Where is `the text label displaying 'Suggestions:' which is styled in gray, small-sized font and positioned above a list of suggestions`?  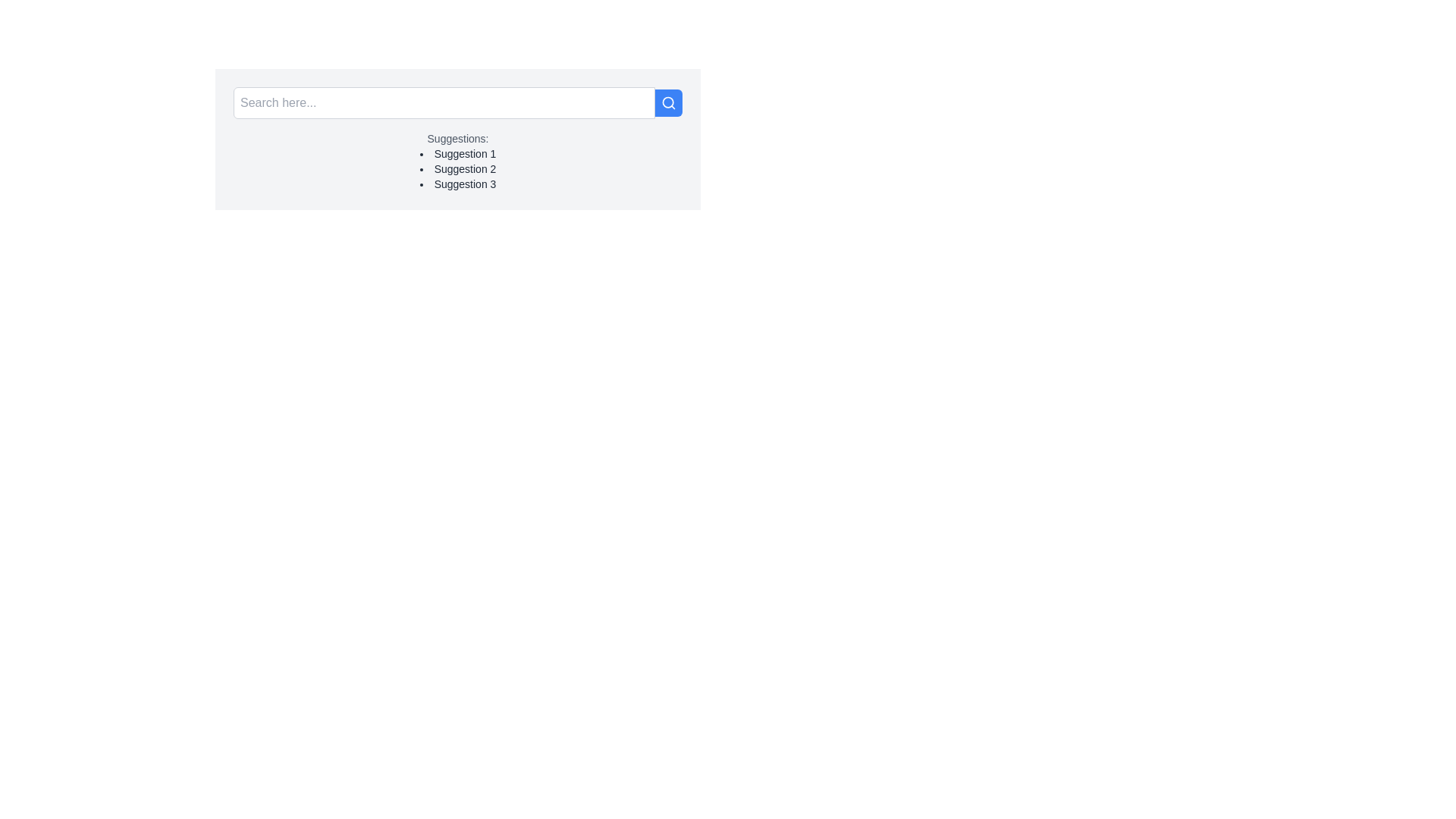
the text label displaying 'Suggestions:' which is styled in gray, small-sized font and positioned above a list of suggestions is located at coordinates (457, 138).